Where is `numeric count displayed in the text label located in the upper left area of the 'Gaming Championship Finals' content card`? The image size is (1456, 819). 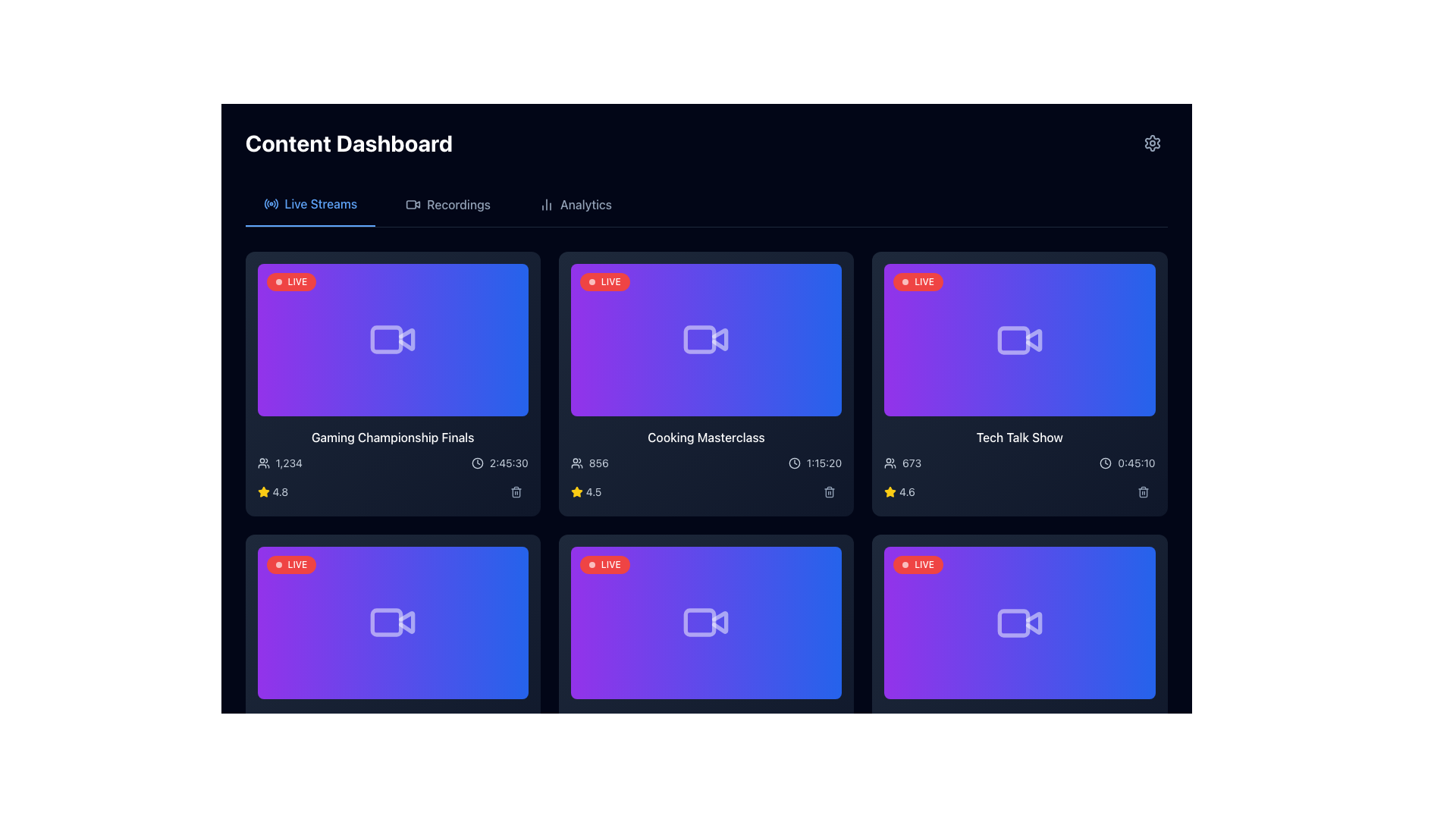 numeric count displayed in the text label located in the upper left area of the 'Gaming Championship Finals' content card is located at coordinates (280, 462).